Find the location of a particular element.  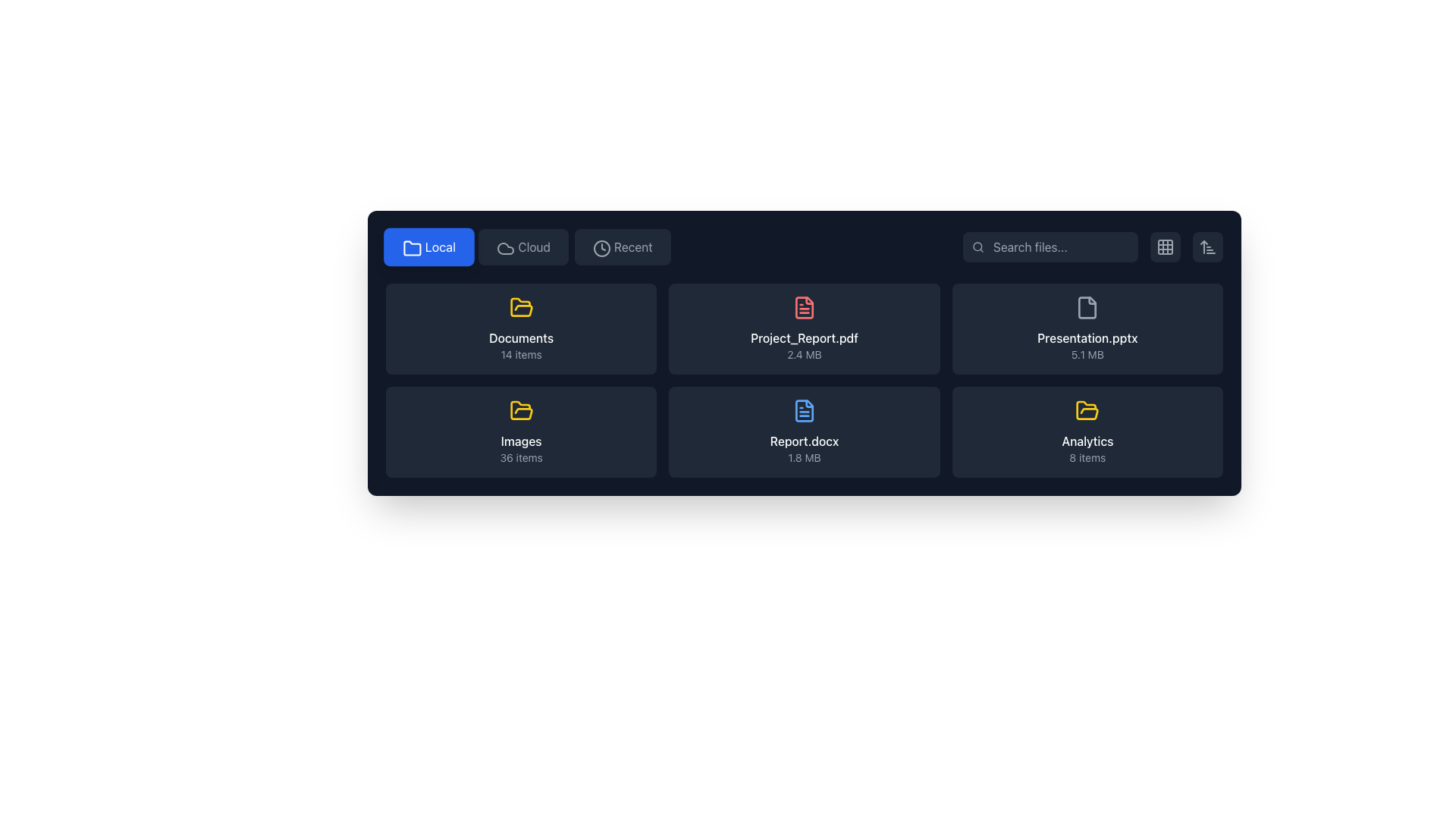

the folder icon representing the 'Images' section located is located at coordinates (521, 411).